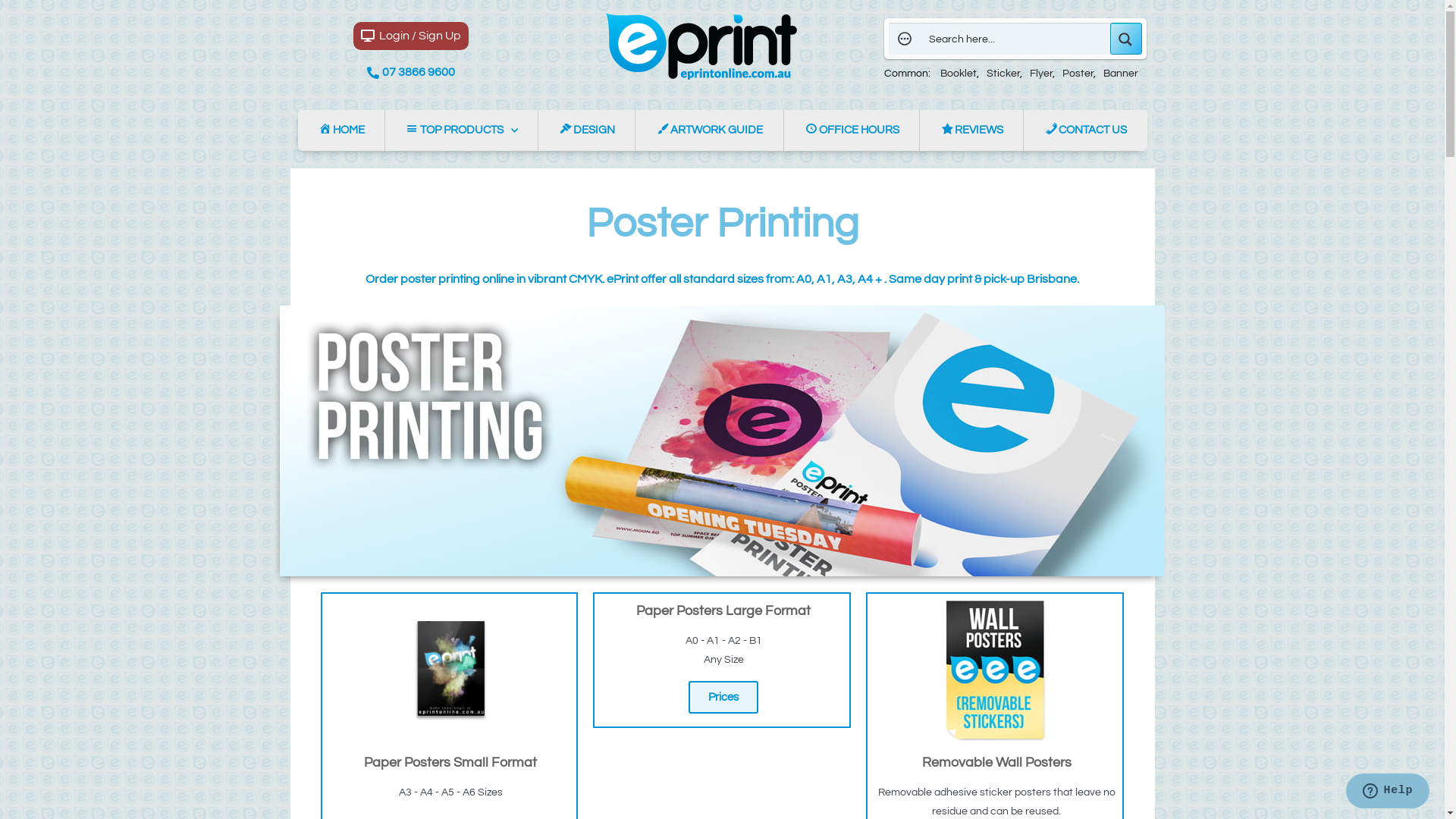 This screenshot has height=819, width=1456. Describe the element at coordinates (340, 130) in the screenshot. I see `'HOME'` at that location.